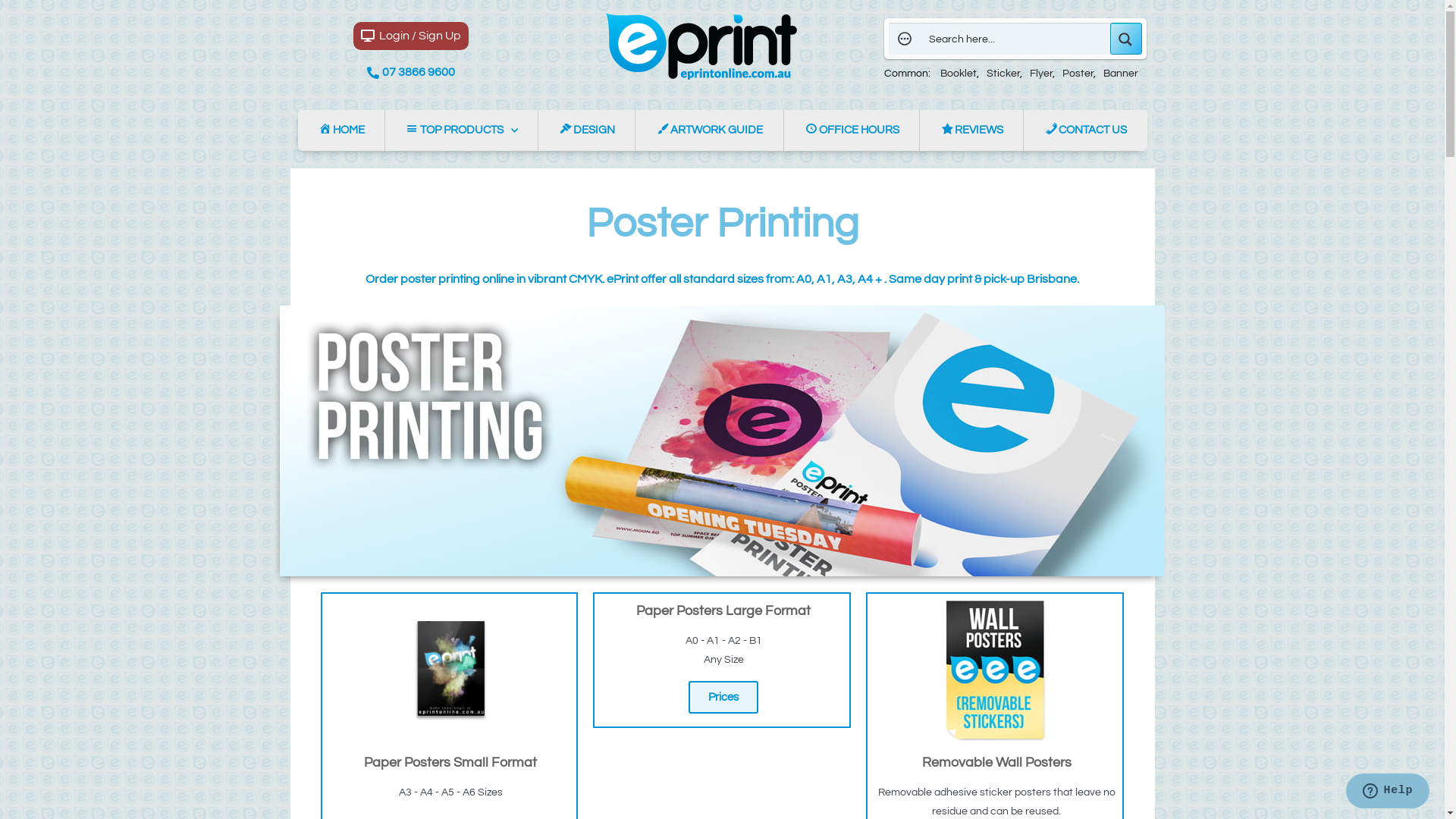 This screenshot has height=819, width=1456. Describe the element at coordinates (340, 130) in the screenshot. I see `'HOME'` at that location.